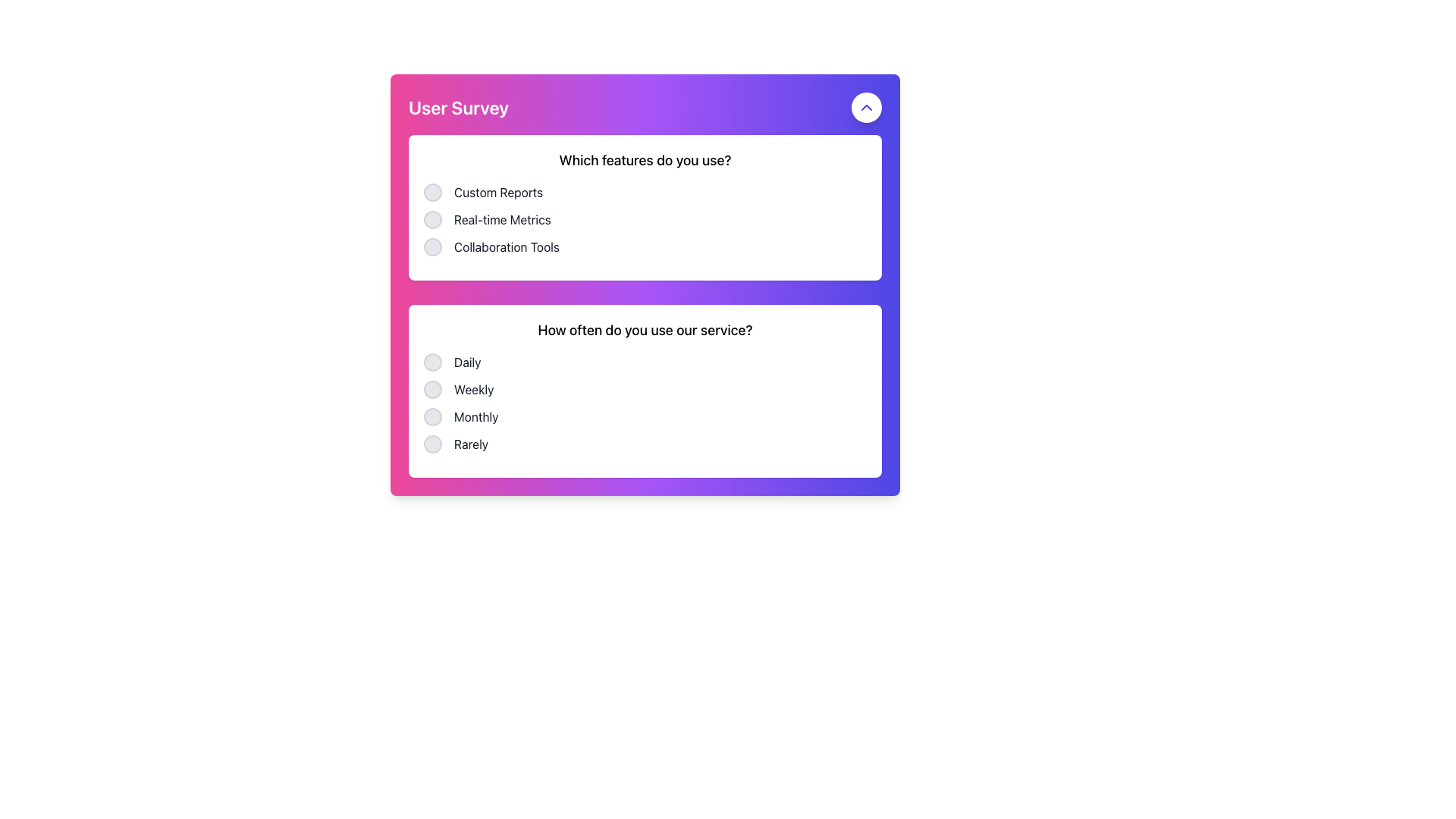 Image resolution: width=1456 pixels, height=819 pixels. What do you see at coordinates (645, 219) in the screenshot?
I see `the circular widget of the 'Real-time Metrics' option in the survey card titled 'Which features do you use?'` at bounding box center [645, 219].